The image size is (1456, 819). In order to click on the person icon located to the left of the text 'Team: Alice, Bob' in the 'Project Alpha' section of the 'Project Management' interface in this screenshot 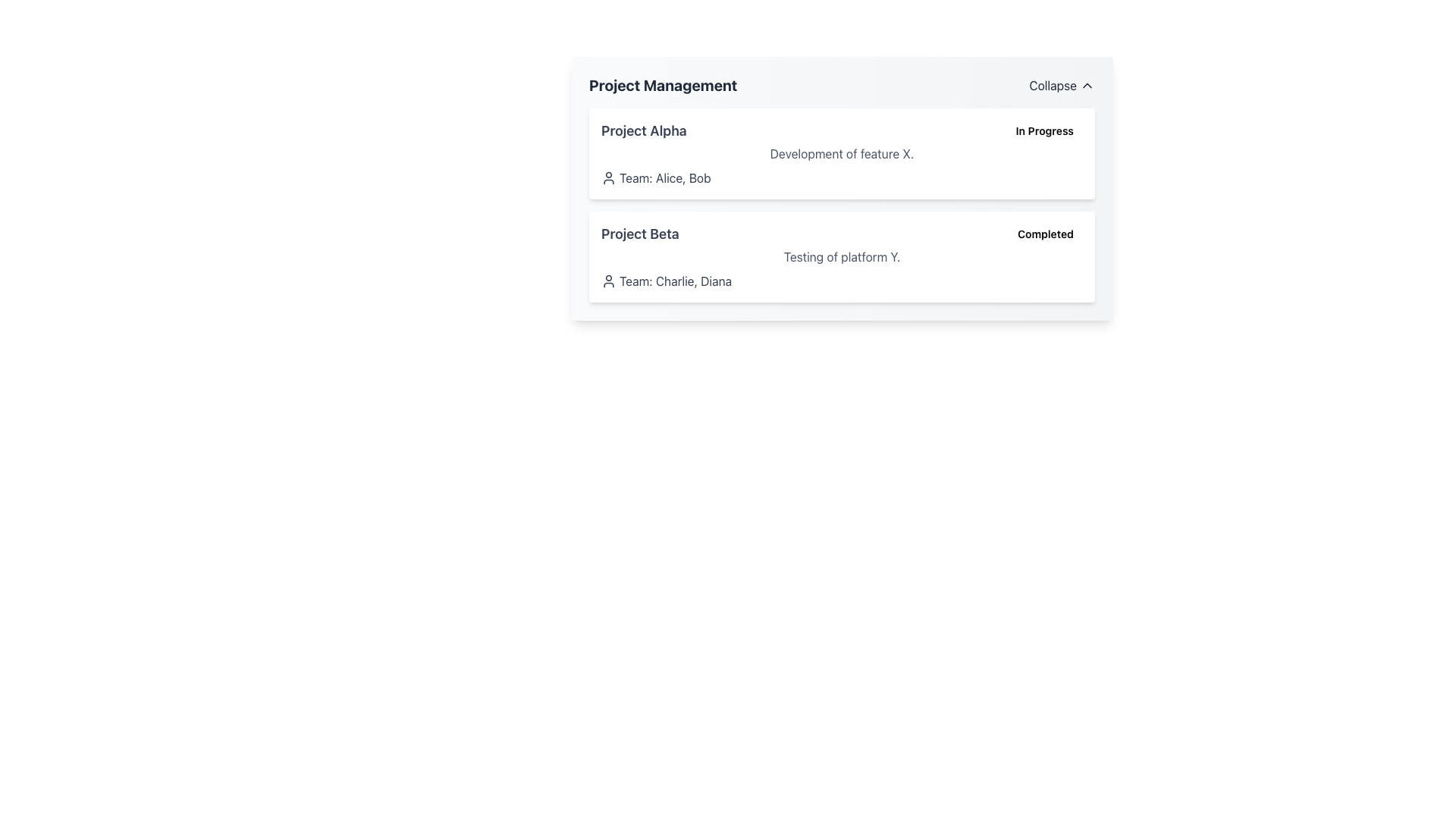, I will do `click(608, 177)`.